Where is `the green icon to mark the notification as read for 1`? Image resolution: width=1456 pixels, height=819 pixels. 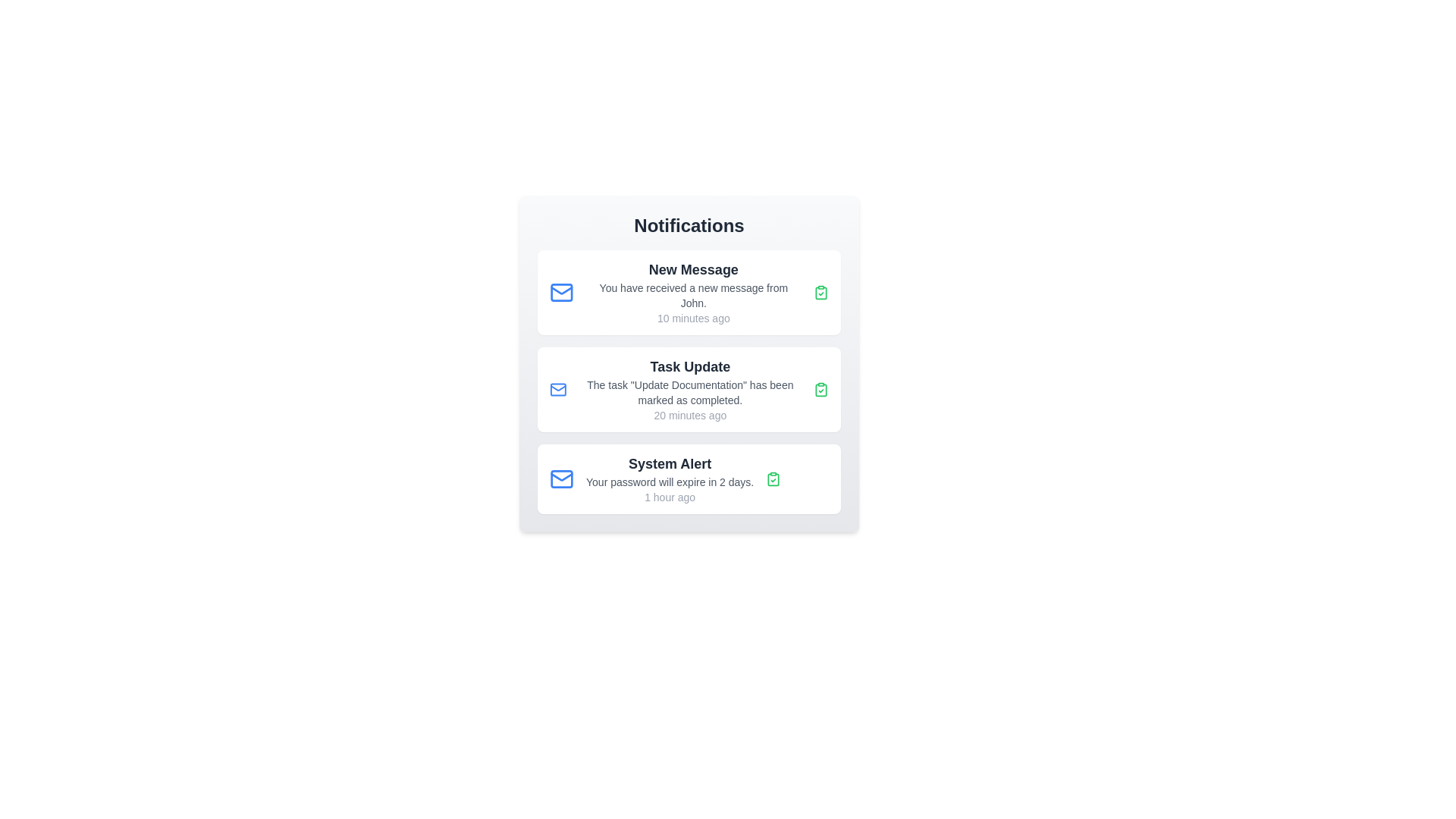 the green icon to mark the notification as read for 1 is located at coordinates (821, 292).